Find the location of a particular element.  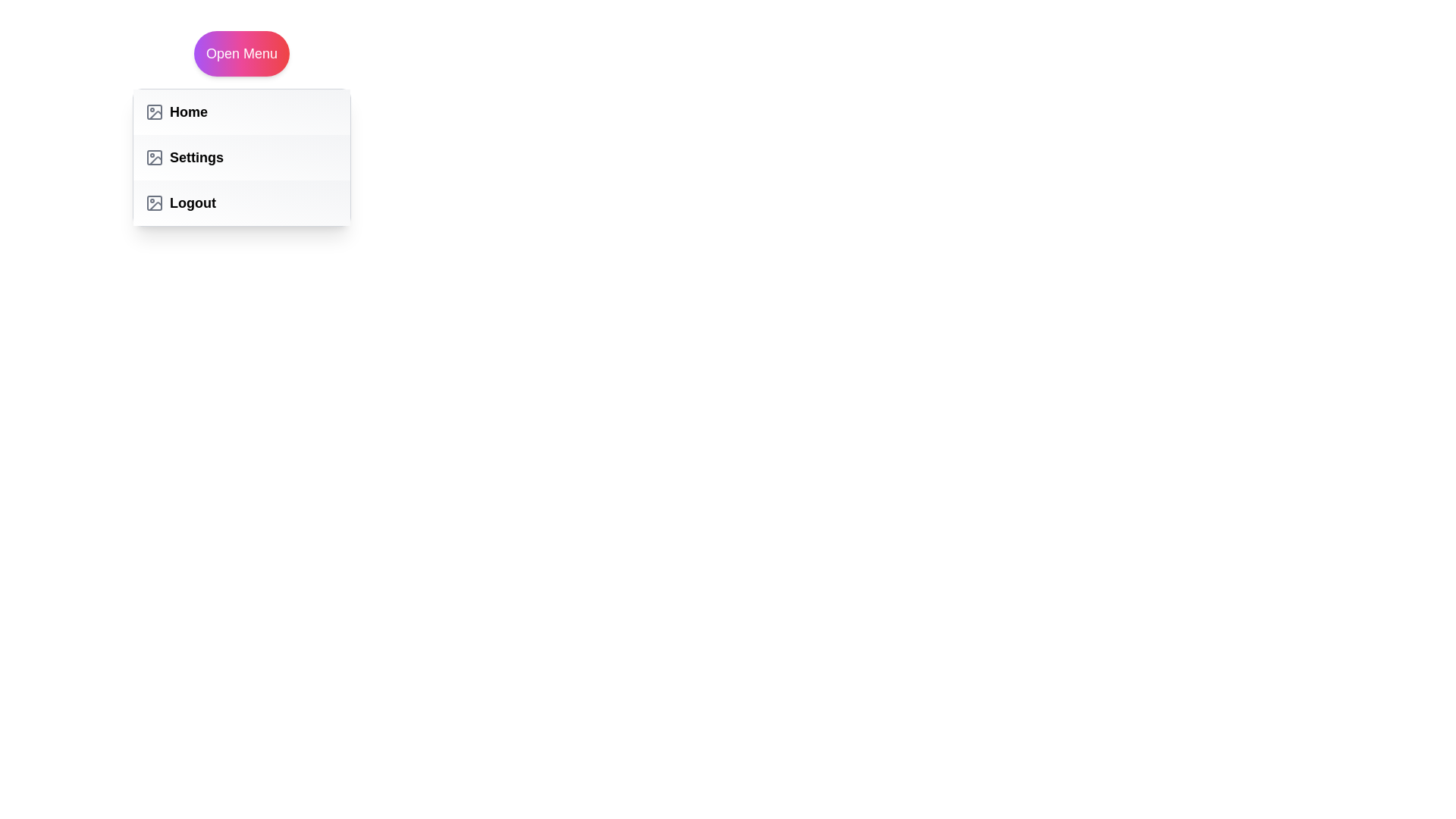

the icon next to the Settings menu item is located at coordinates (154, 158).